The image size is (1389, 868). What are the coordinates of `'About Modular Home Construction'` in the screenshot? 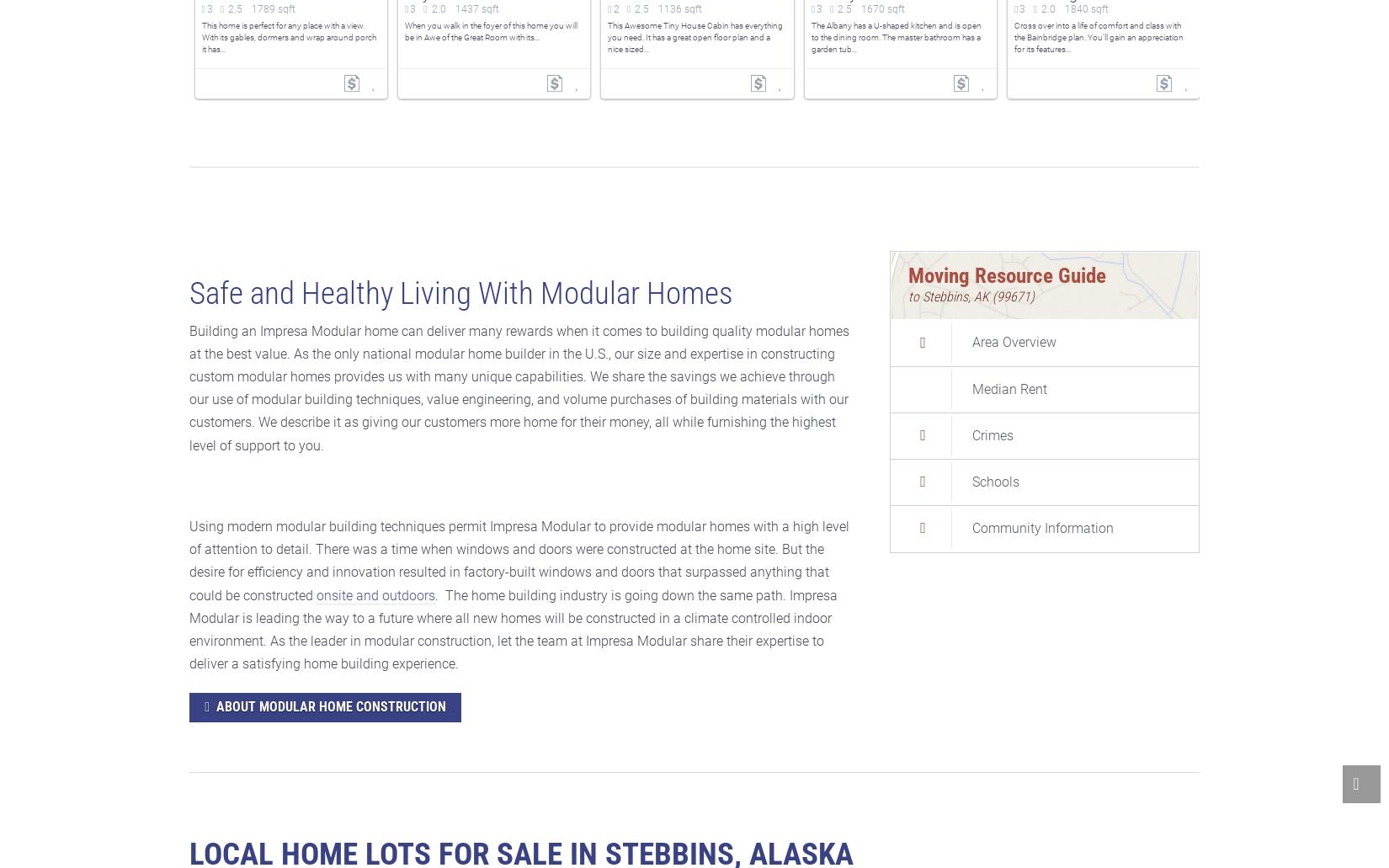 It's located at (331, 706).